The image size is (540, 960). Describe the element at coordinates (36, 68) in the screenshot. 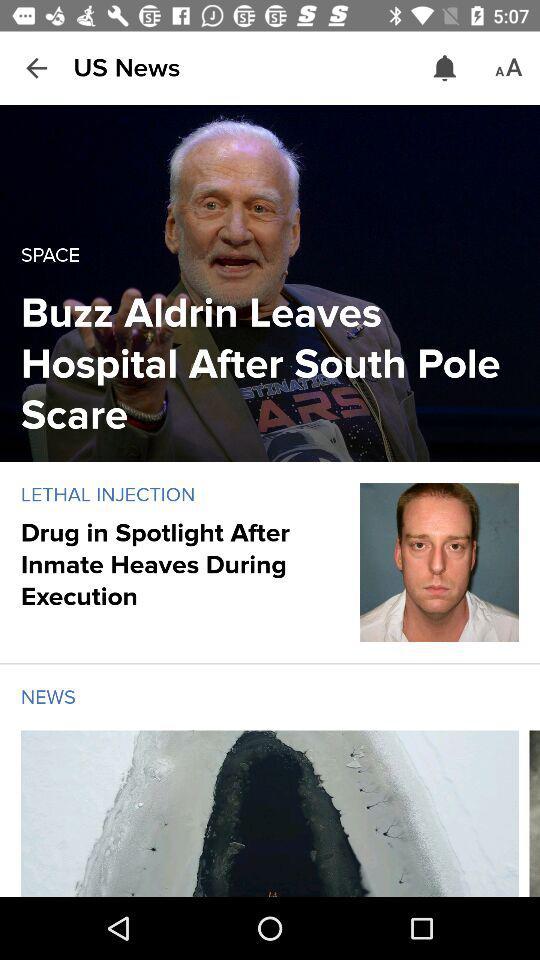

I see `the item next to the us news icon` at that location.